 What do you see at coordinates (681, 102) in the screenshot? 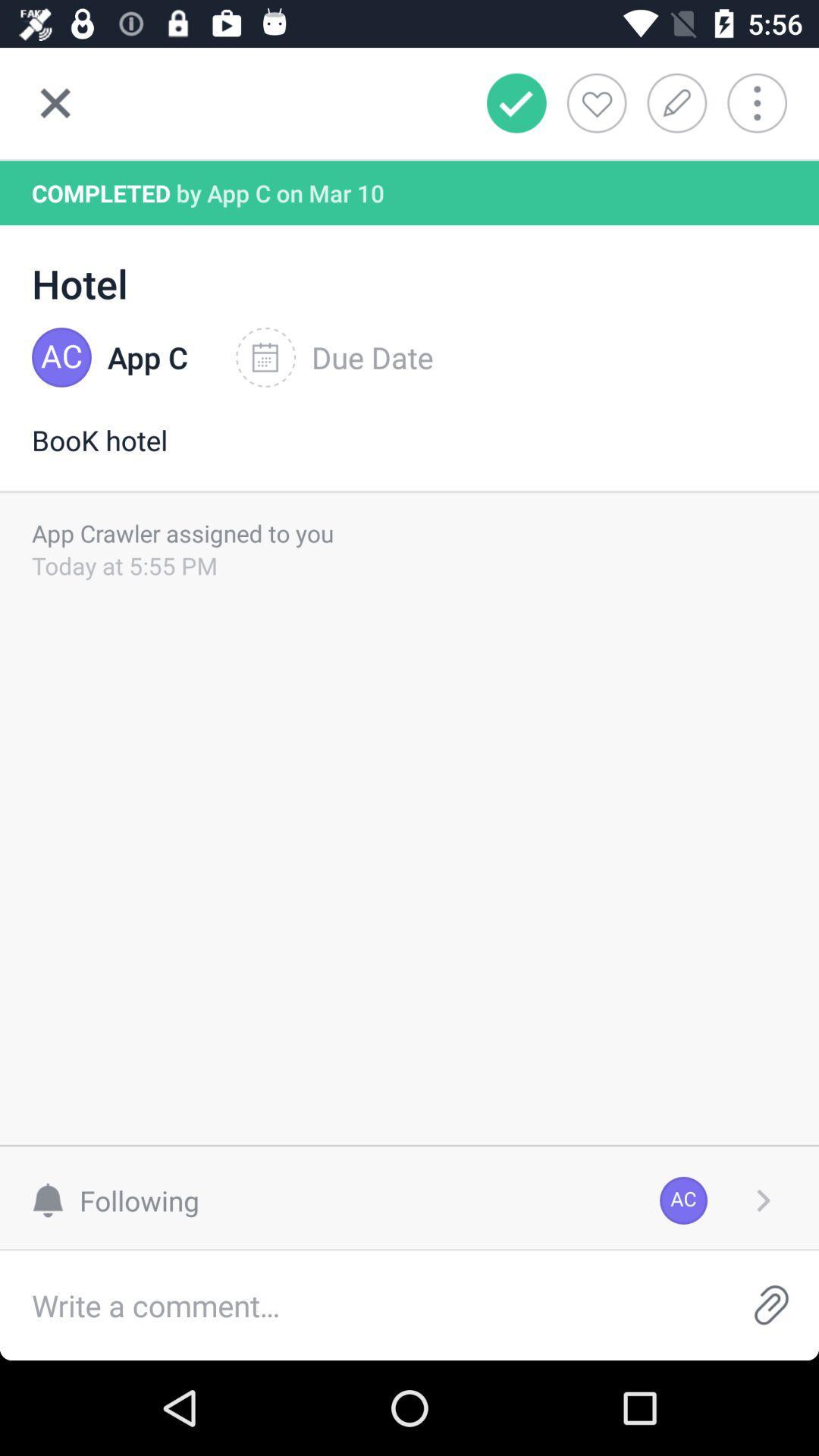
I see `the icon next to the 3 vertical dots icon at the top right corner of the page` at bounding box center [681, 102].